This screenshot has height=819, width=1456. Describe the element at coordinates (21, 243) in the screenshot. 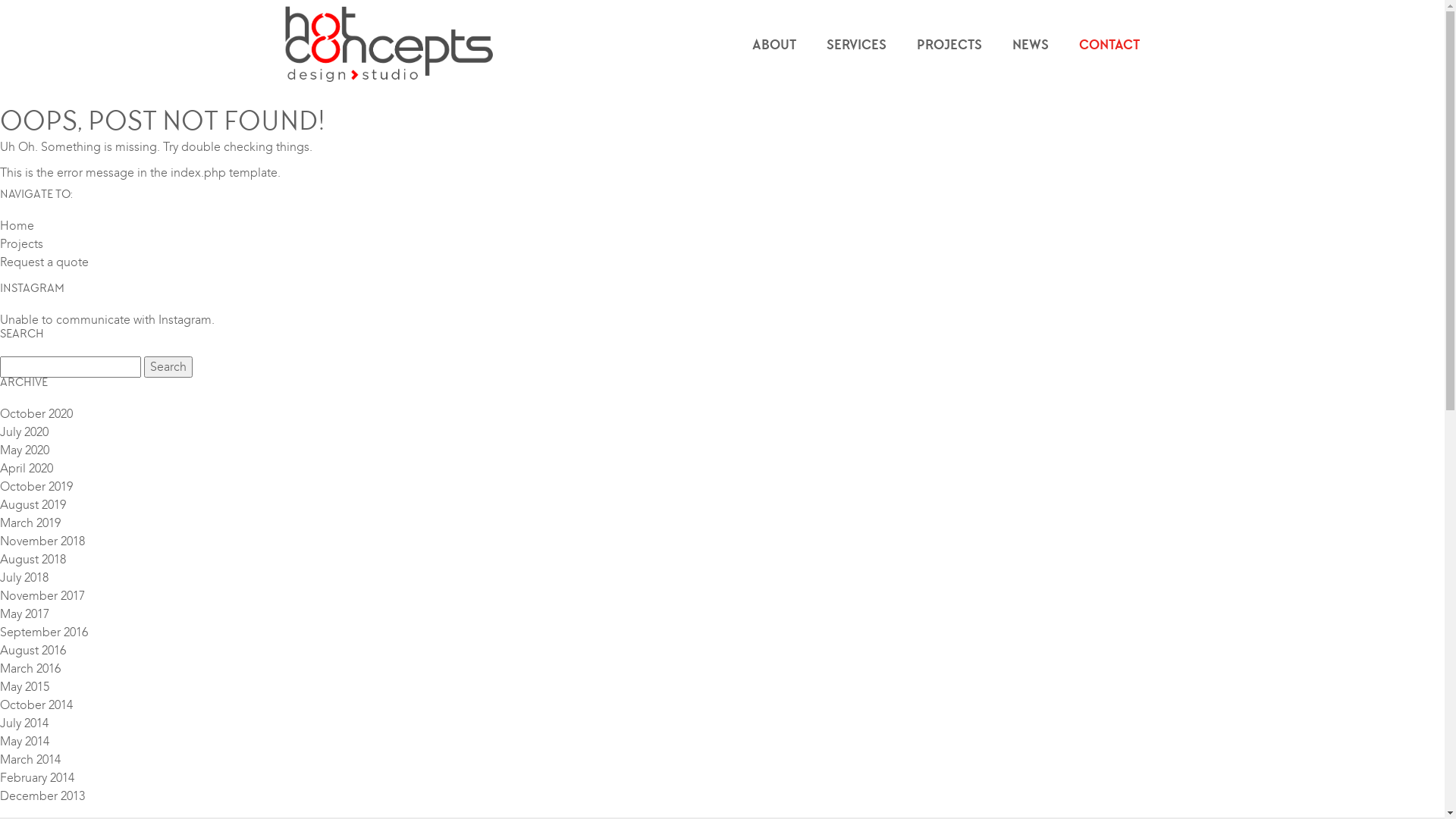

I see `'Projects'` at that location.